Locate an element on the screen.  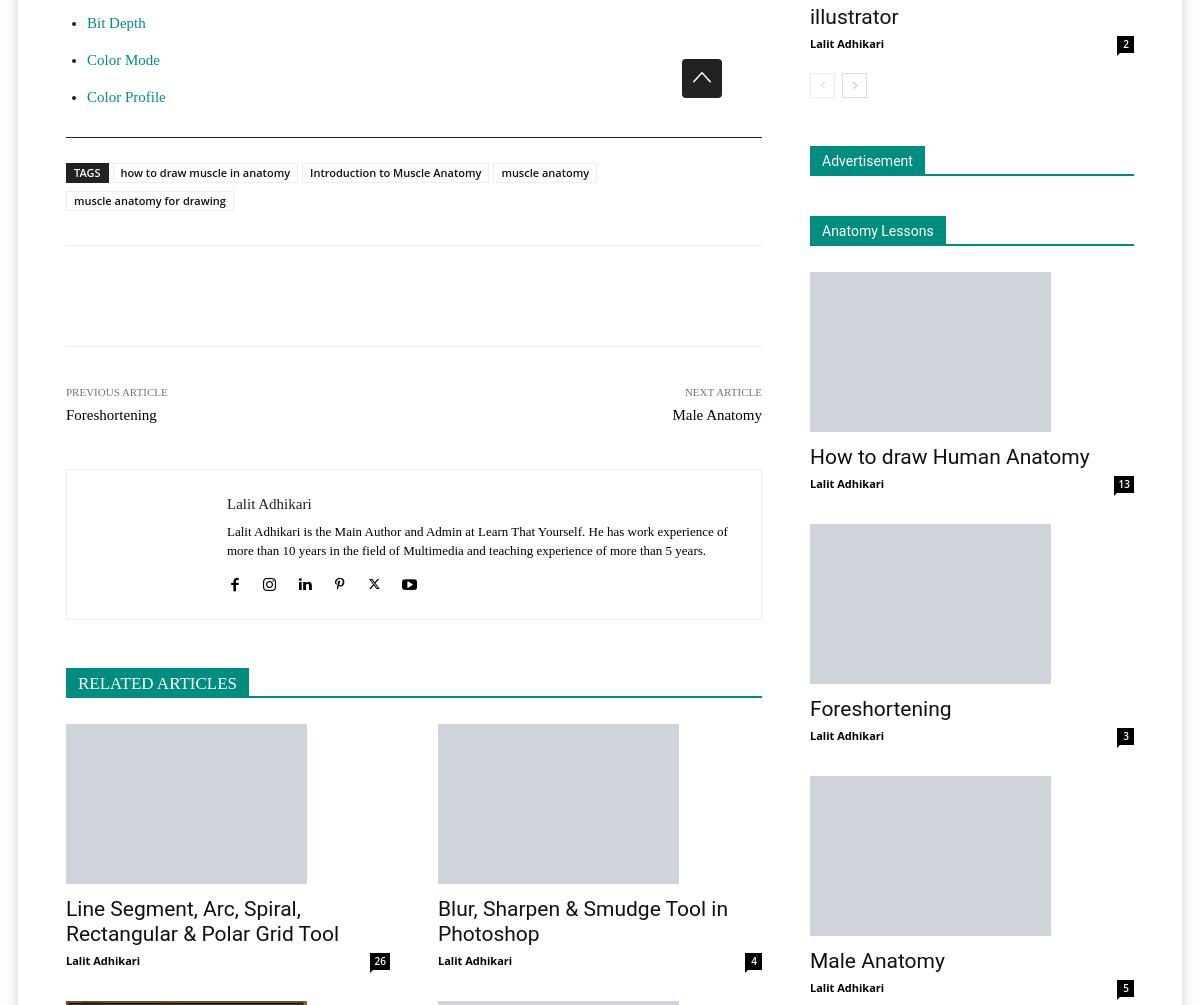
'26' is located at coordinates (380, 958).